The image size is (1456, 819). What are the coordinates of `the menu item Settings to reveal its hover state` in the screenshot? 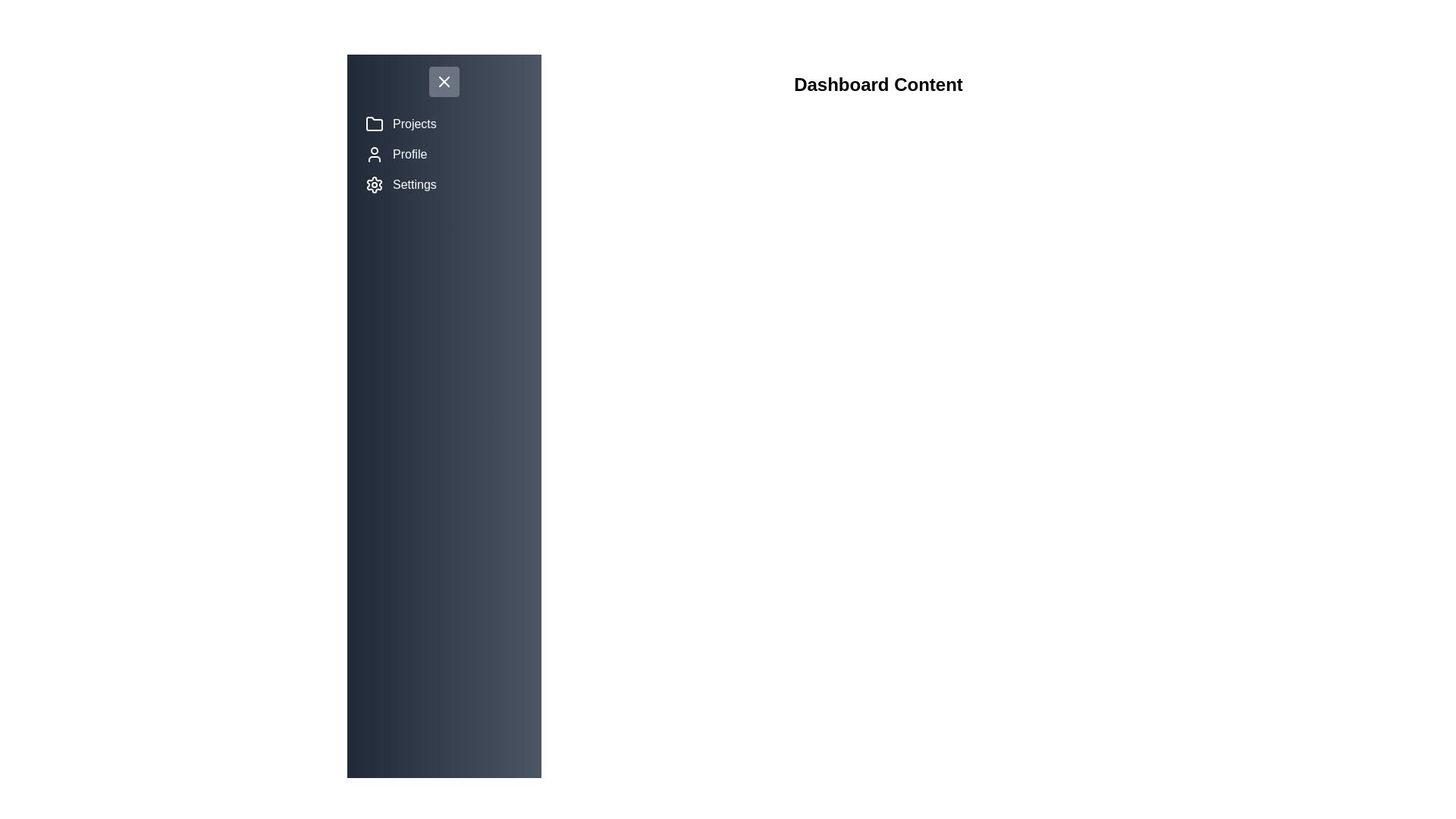 It's located at (443, 184).